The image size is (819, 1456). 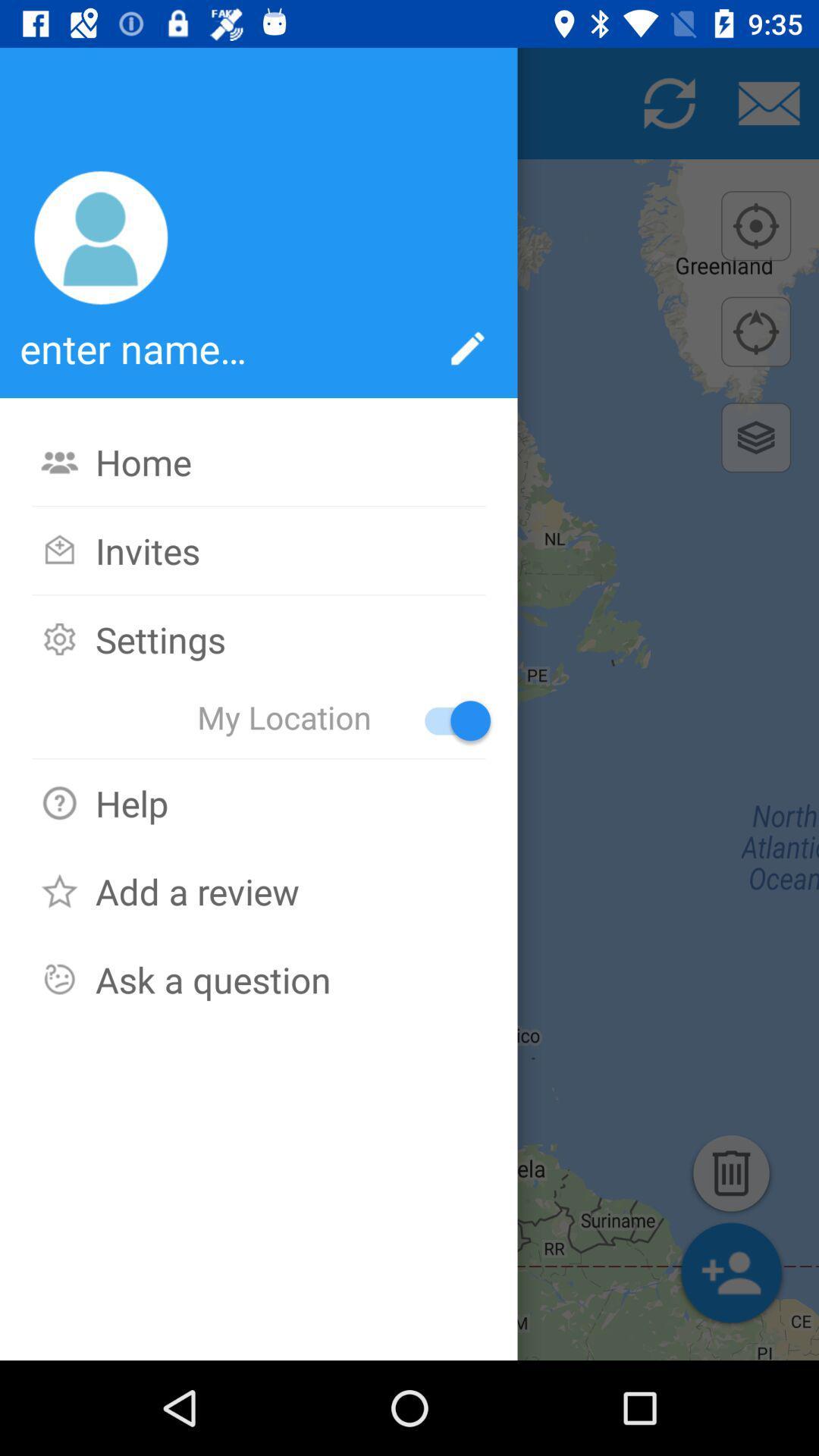 I want to click on the email icon, so click(x=769, y=102).